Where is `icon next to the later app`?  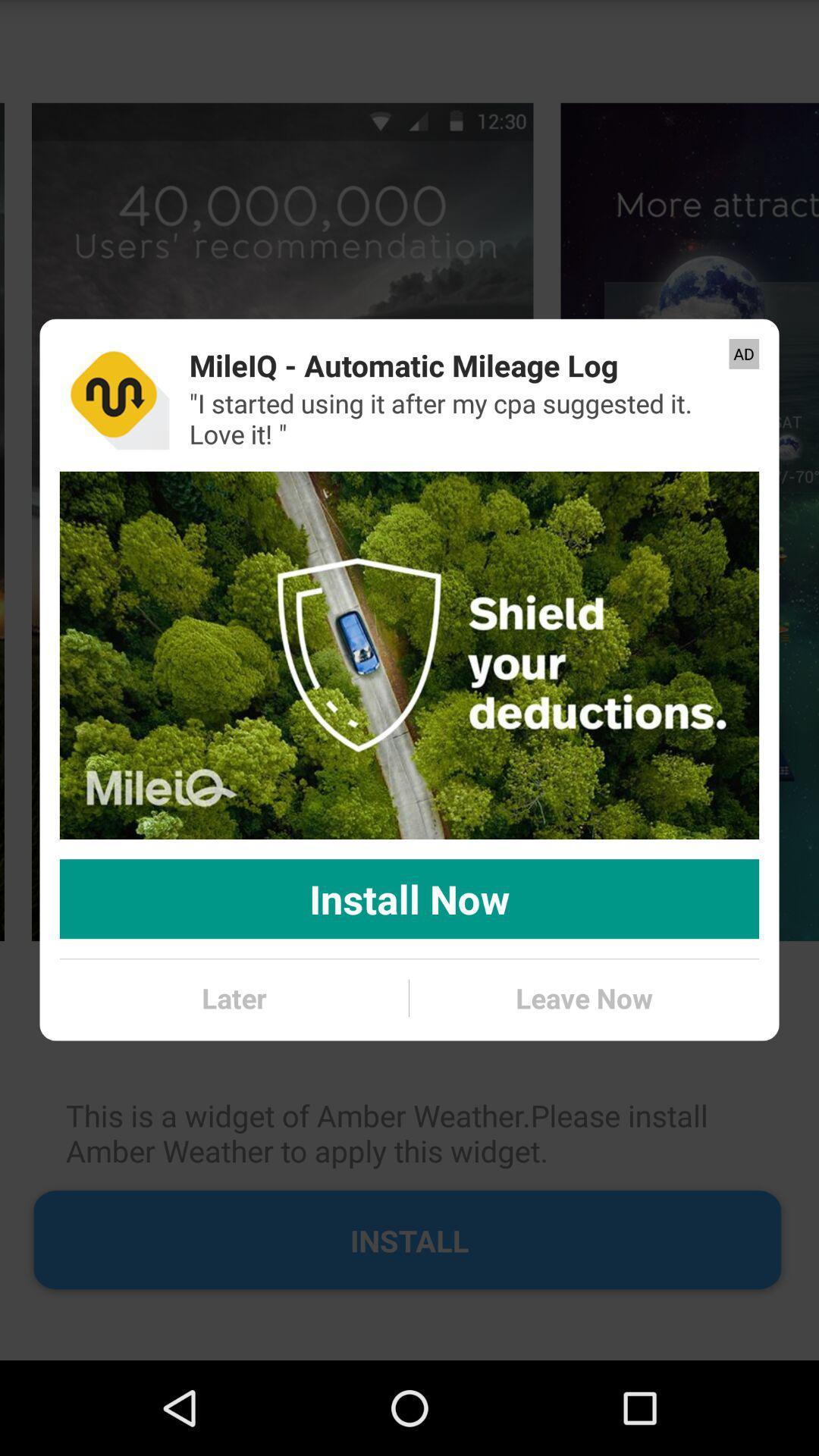
icon next to the later app is located at coordinates (583, 998).